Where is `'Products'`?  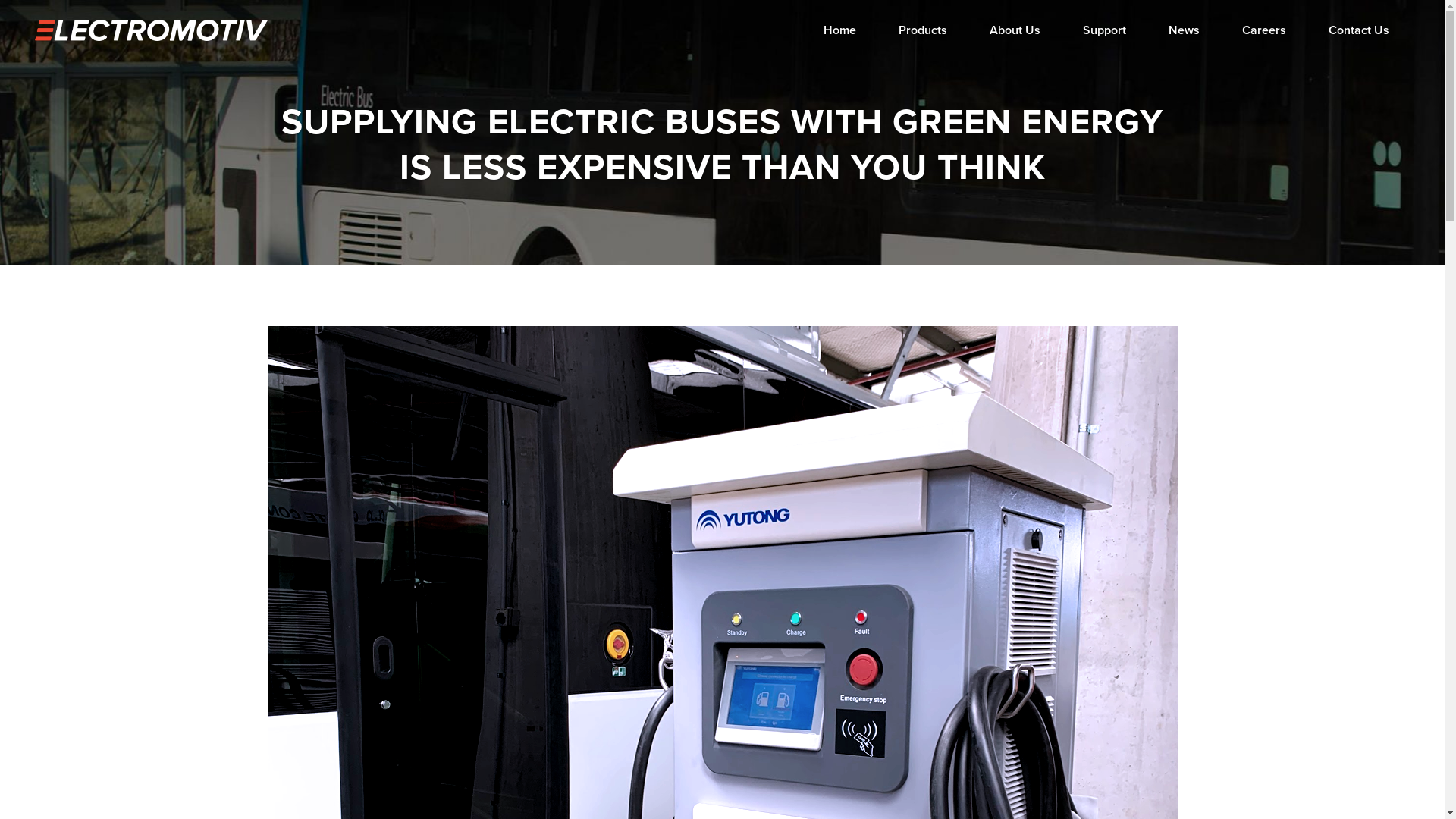
'Products' is located at coordinates (877, 30).